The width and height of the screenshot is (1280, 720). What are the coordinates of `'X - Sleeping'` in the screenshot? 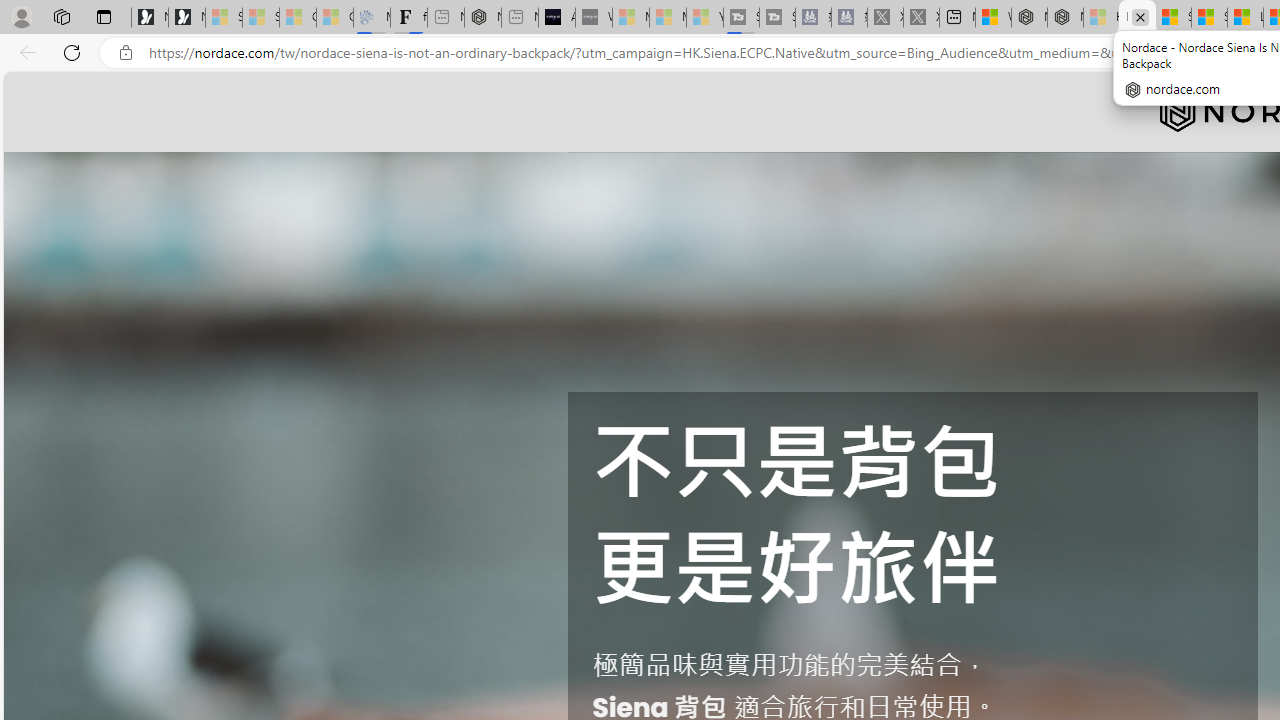 It's located at (920, 17).